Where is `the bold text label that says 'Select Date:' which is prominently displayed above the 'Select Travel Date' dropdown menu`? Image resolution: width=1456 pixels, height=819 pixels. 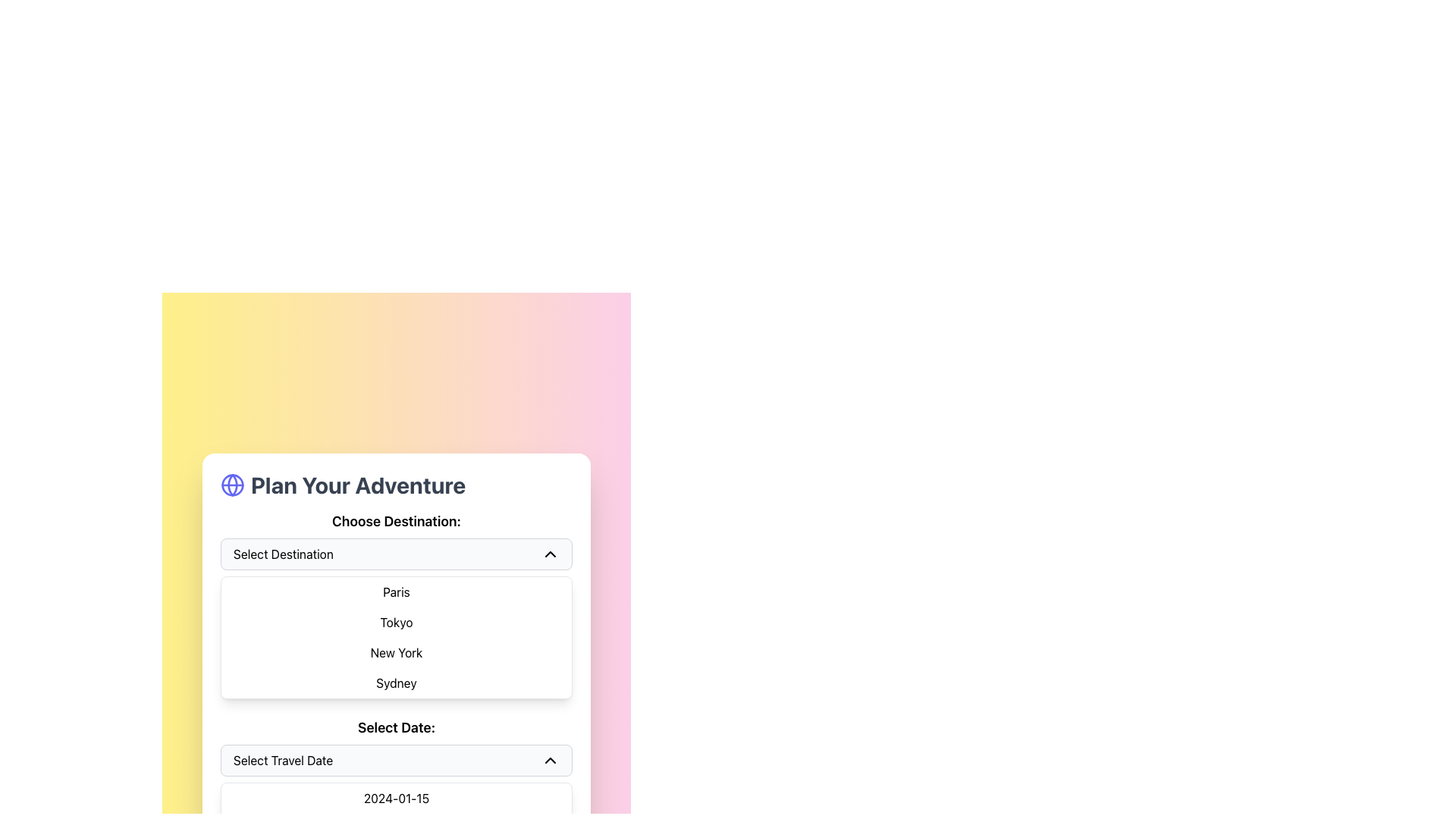 the bold text label that says 'Select Date:' which is prominently displayed above the 'Select Travel Date' dropdown menu is located at coordinates (397, 727).